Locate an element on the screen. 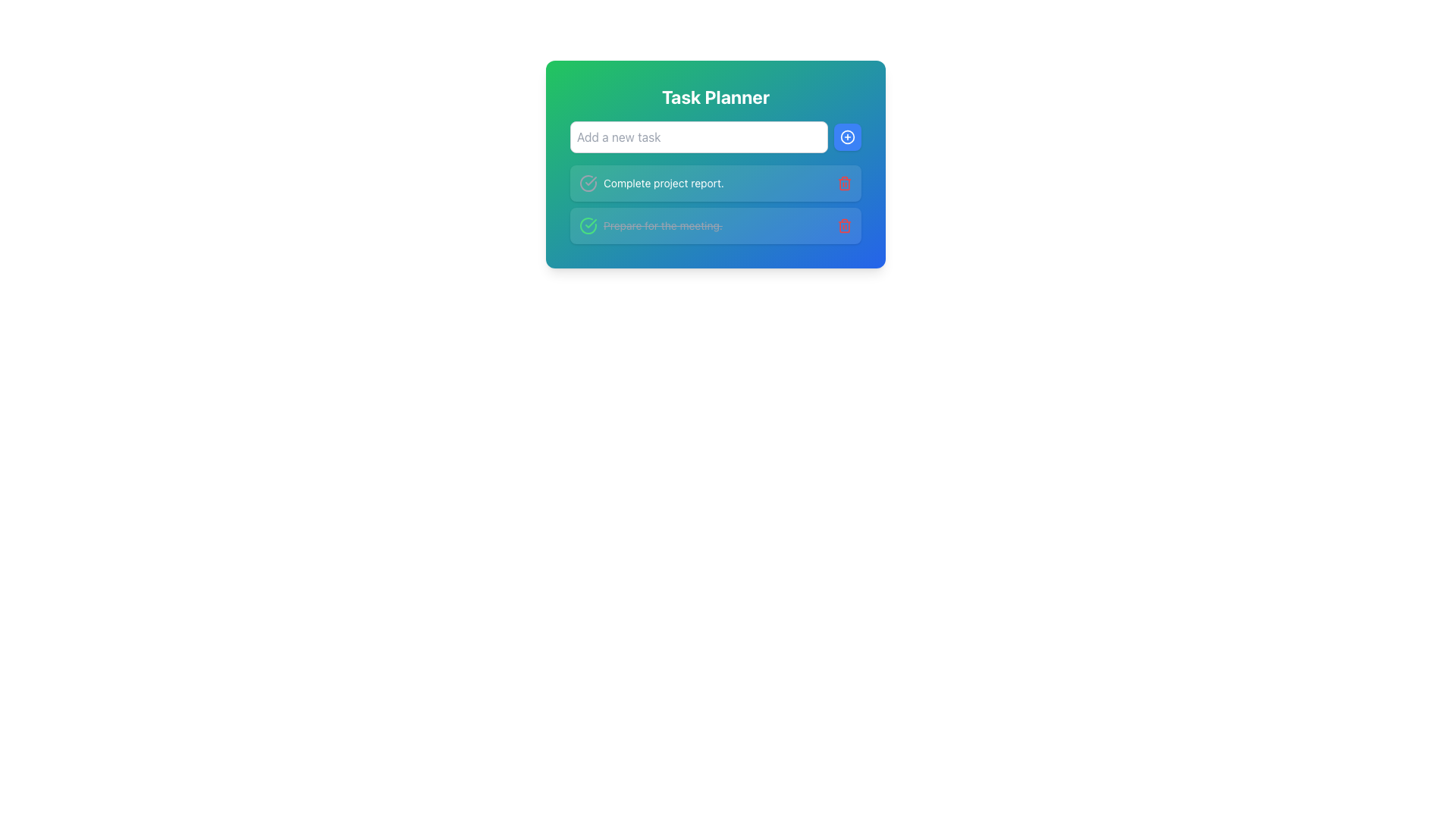  text from the Text Label element that contains 'Complete project report.' positioned within a task management widget, located between a checkmark icon and a trash icon is located at coordinates (664, 183).